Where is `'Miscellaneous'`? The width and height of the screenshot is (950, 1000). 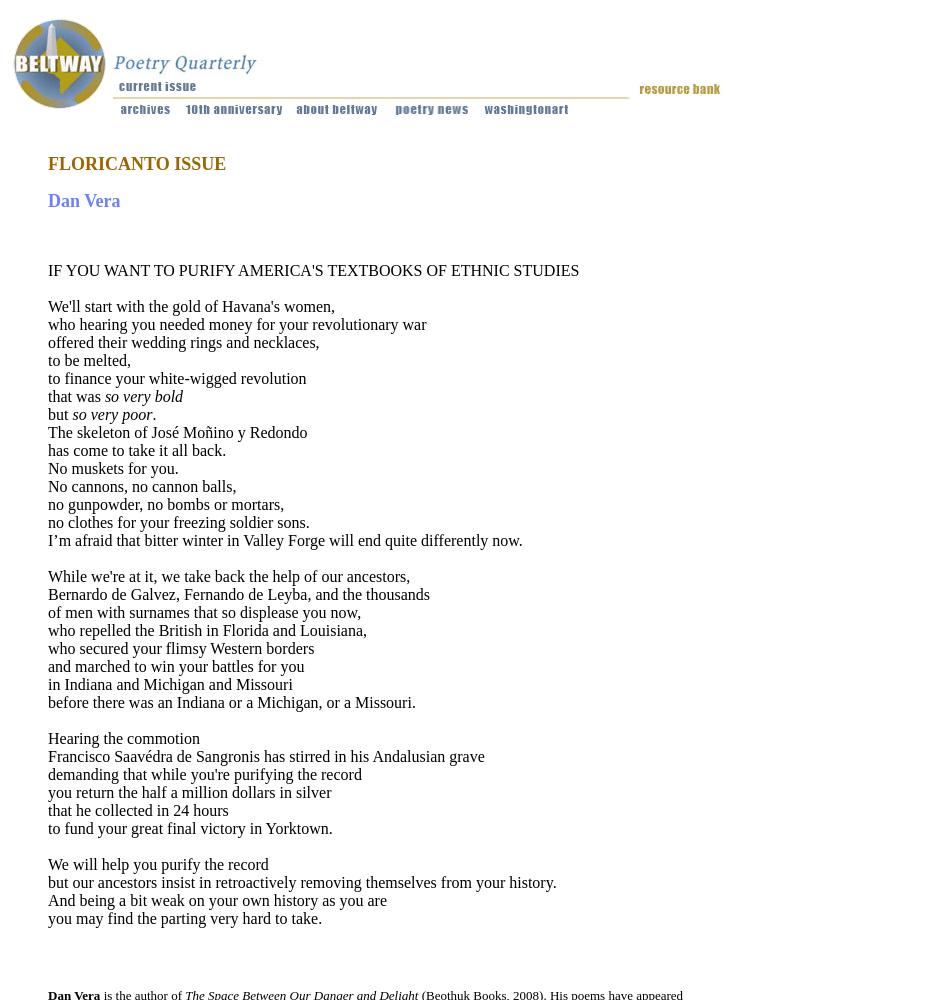 'Miscellaneous' is located at coordinates (668, 240).